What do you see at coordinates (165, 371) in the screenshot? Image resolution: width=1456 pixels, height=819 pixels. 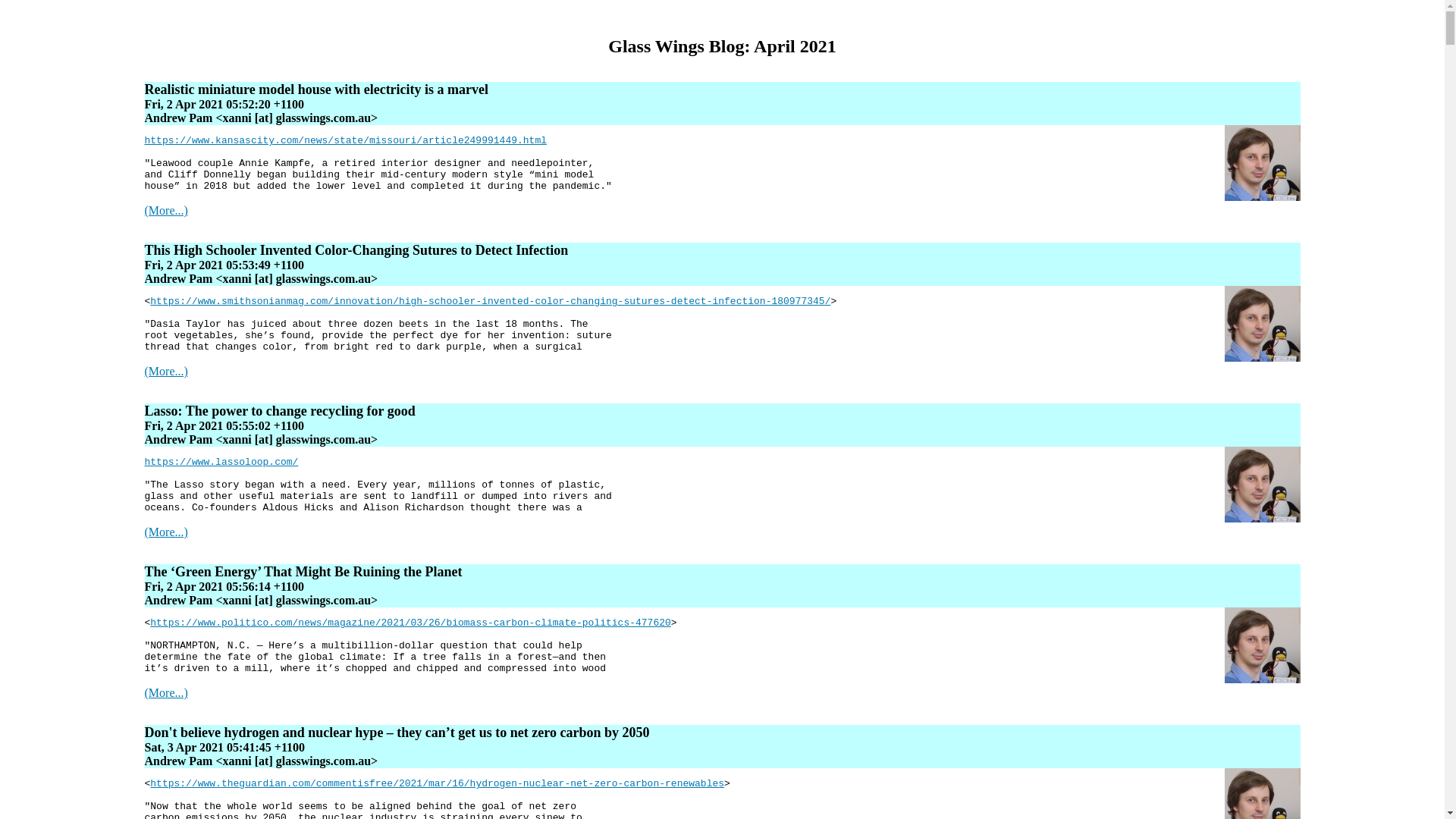 I see `'(More...)'` at bounding box center [165, 371].